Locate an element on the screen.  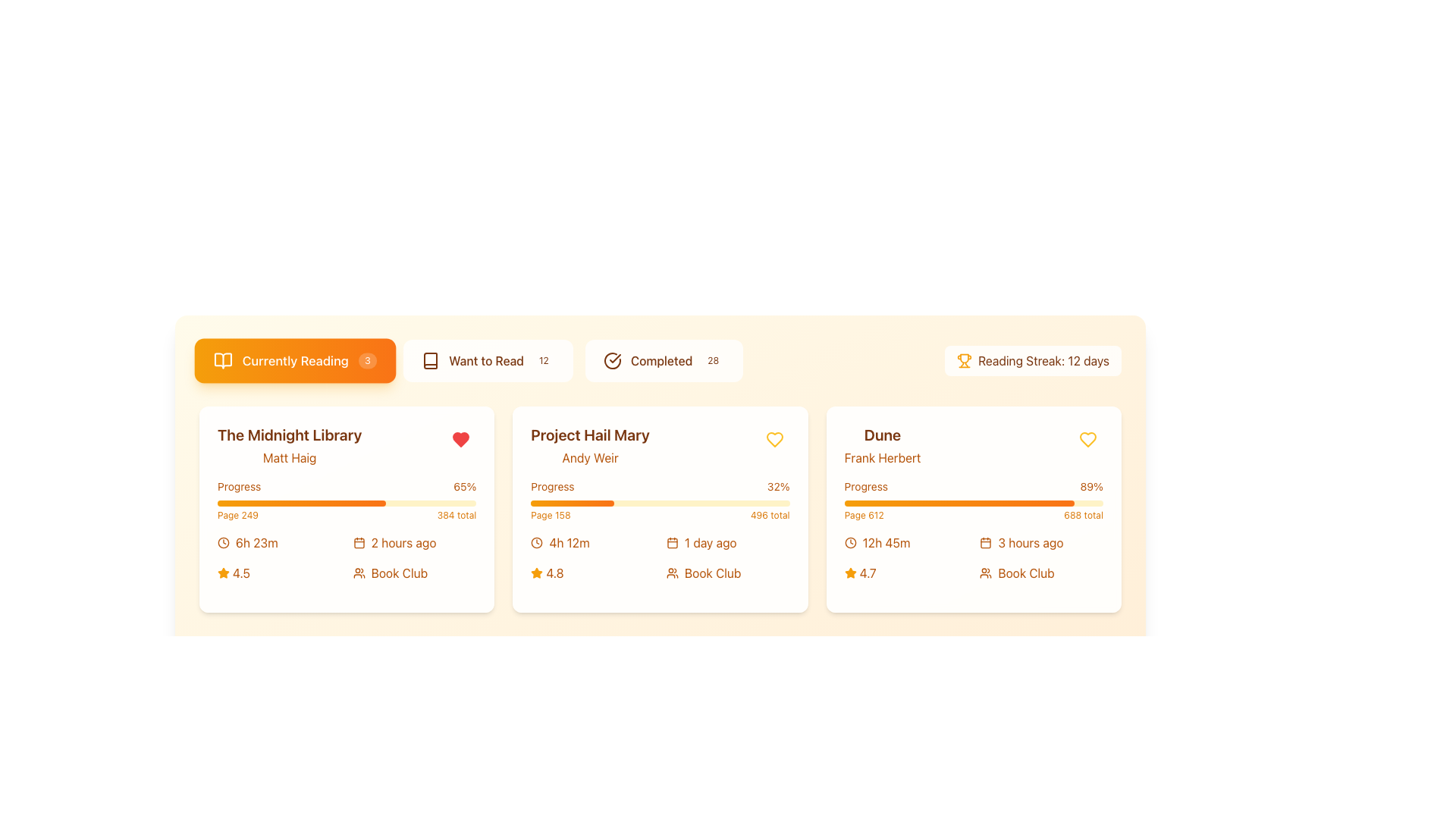
the text label displaying '6h 23m' in brown color, located in 'The Midnight Library' card near the bottom-left section, to the right of a clock icon is located at coordinates (256, 542).